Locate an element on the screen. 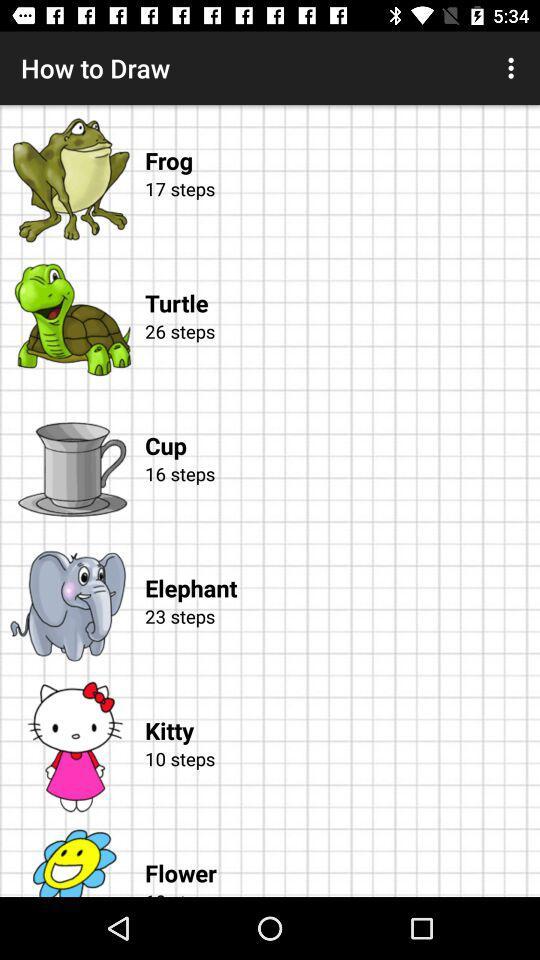  item below the 16 steps icon is located at coordinates (341, 568).